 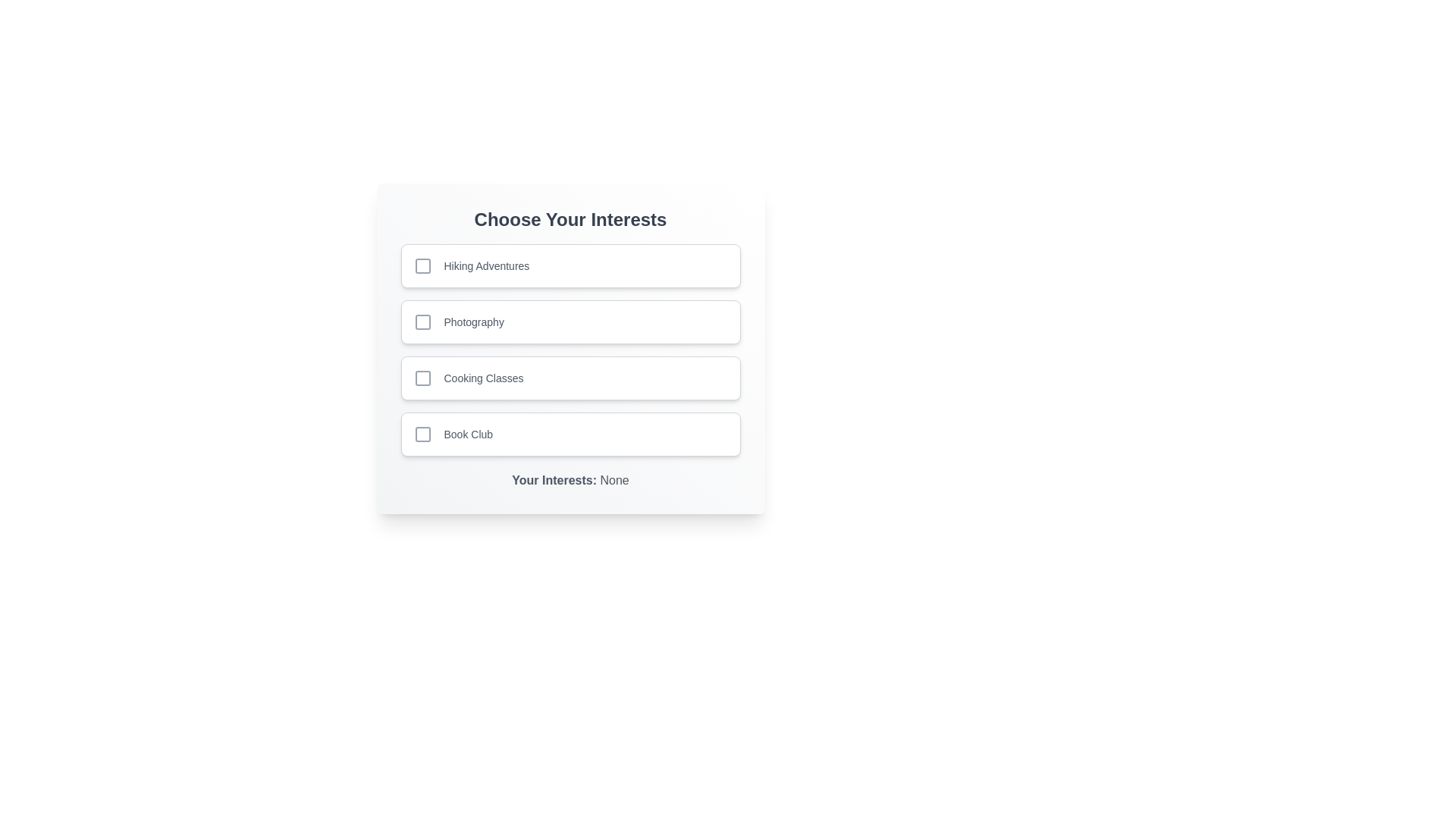 I want to click on the checkbox indicator for 'Hiking Adventures', so click(x=422, y=265).